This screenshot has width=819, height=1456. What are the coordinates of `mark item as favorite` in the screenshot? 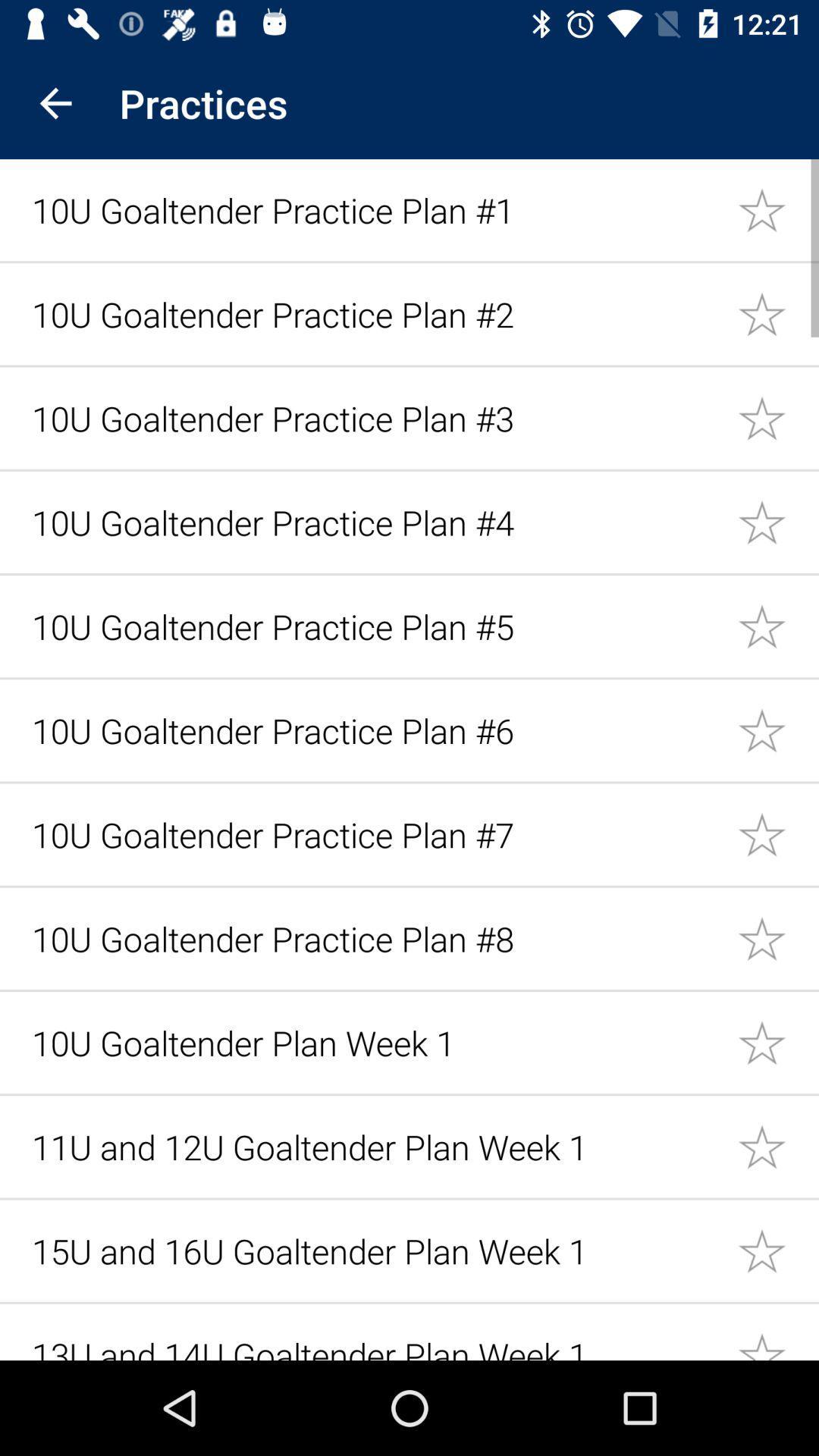 It's located at (778, 209).